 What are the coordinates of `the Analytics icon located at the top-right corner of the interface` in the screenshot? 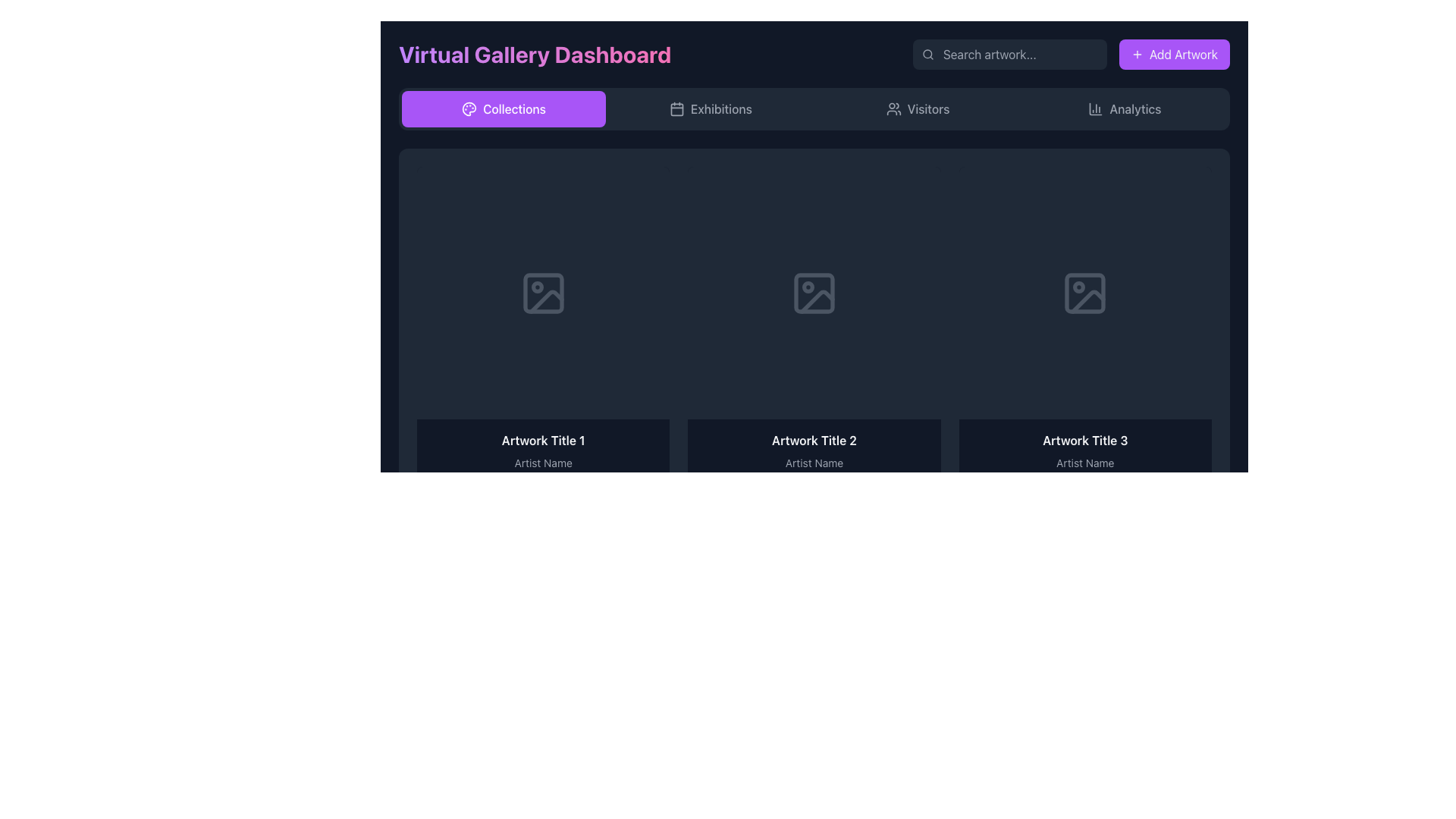 It's located at (1096, 108).